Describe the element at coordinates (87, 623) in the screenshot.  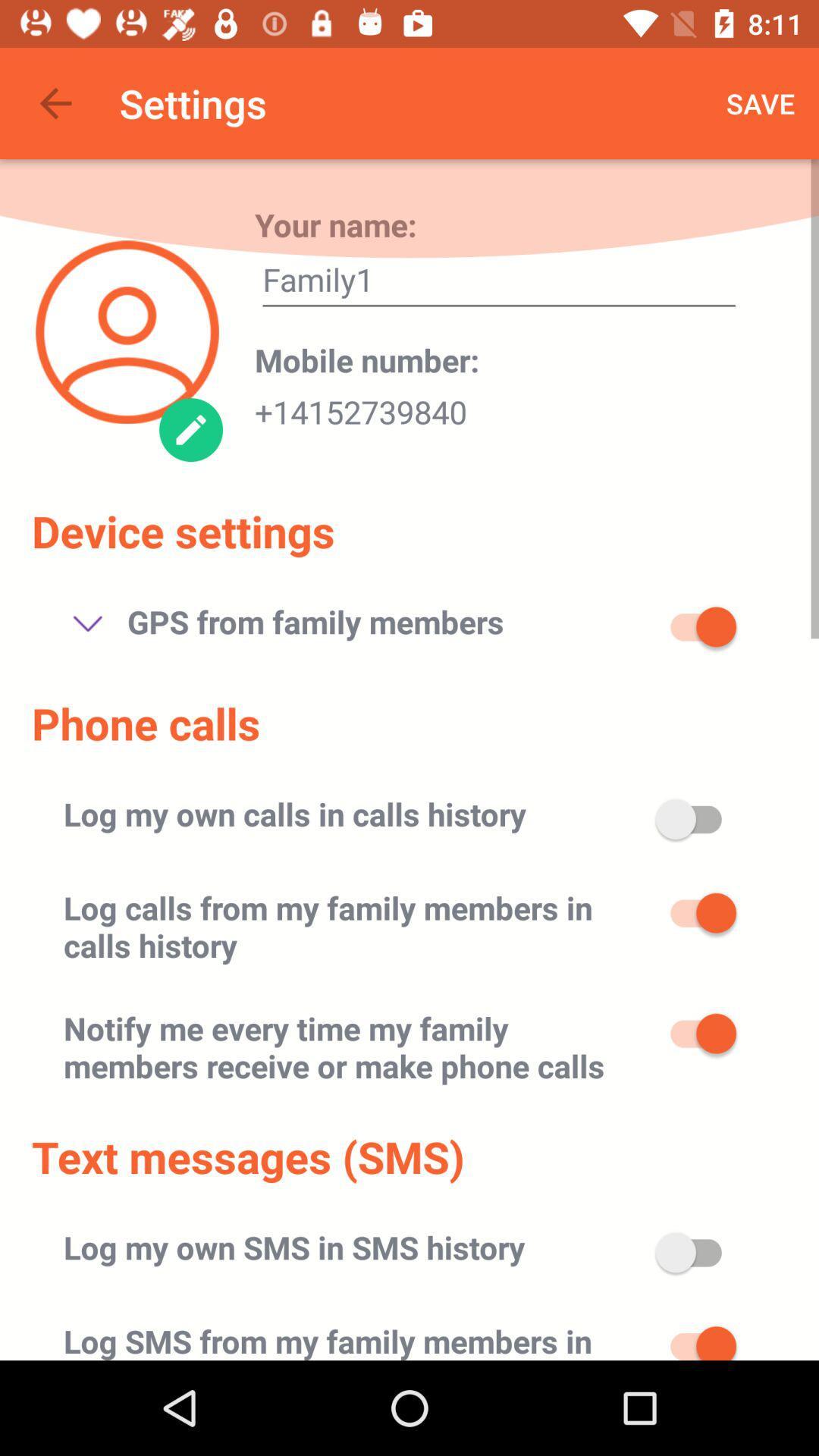
I see `the item above the phone calls` at that location.